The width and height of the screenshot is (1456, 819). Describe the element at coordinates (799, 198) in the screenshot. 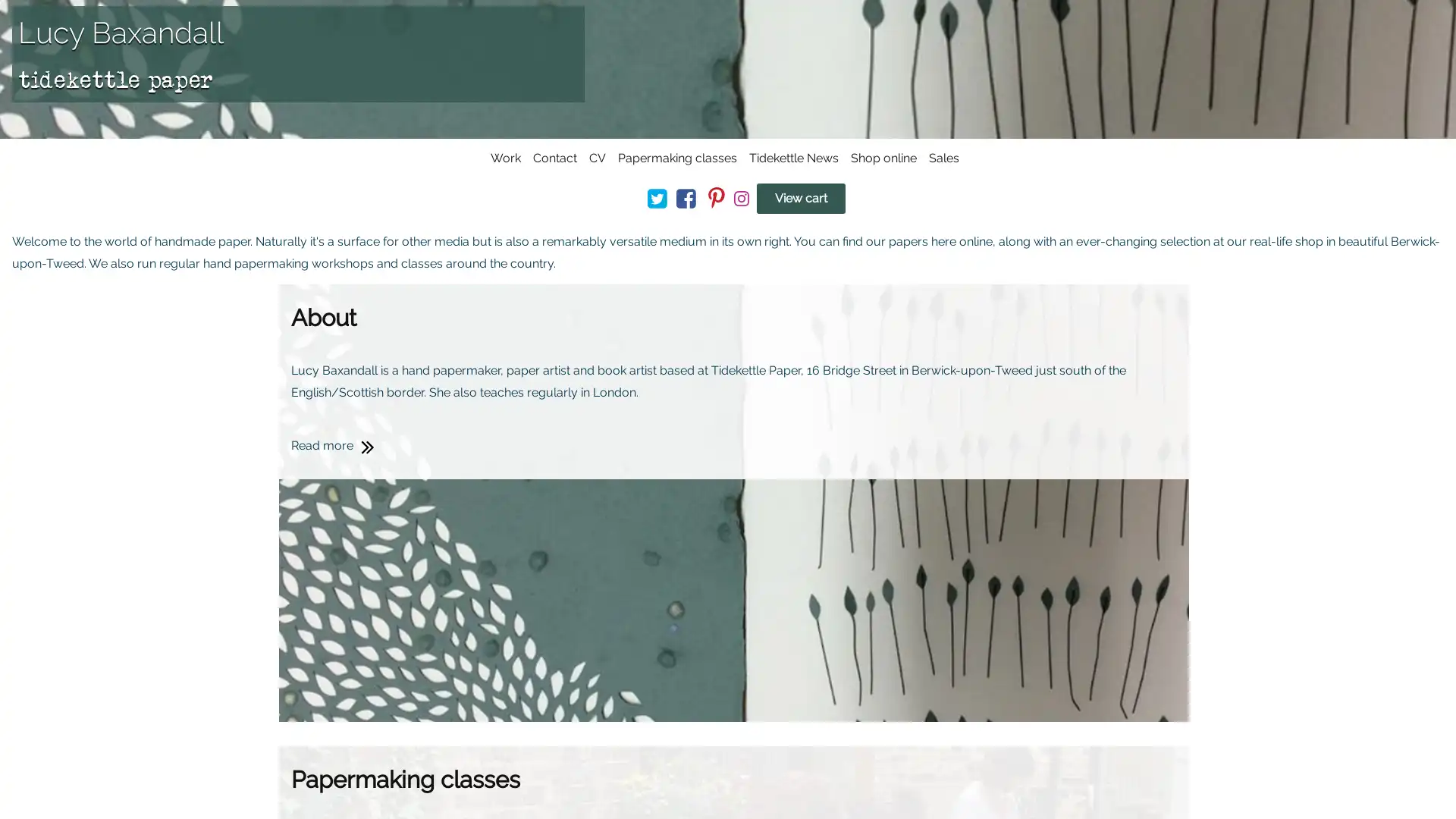

I see `View cart` at that location.